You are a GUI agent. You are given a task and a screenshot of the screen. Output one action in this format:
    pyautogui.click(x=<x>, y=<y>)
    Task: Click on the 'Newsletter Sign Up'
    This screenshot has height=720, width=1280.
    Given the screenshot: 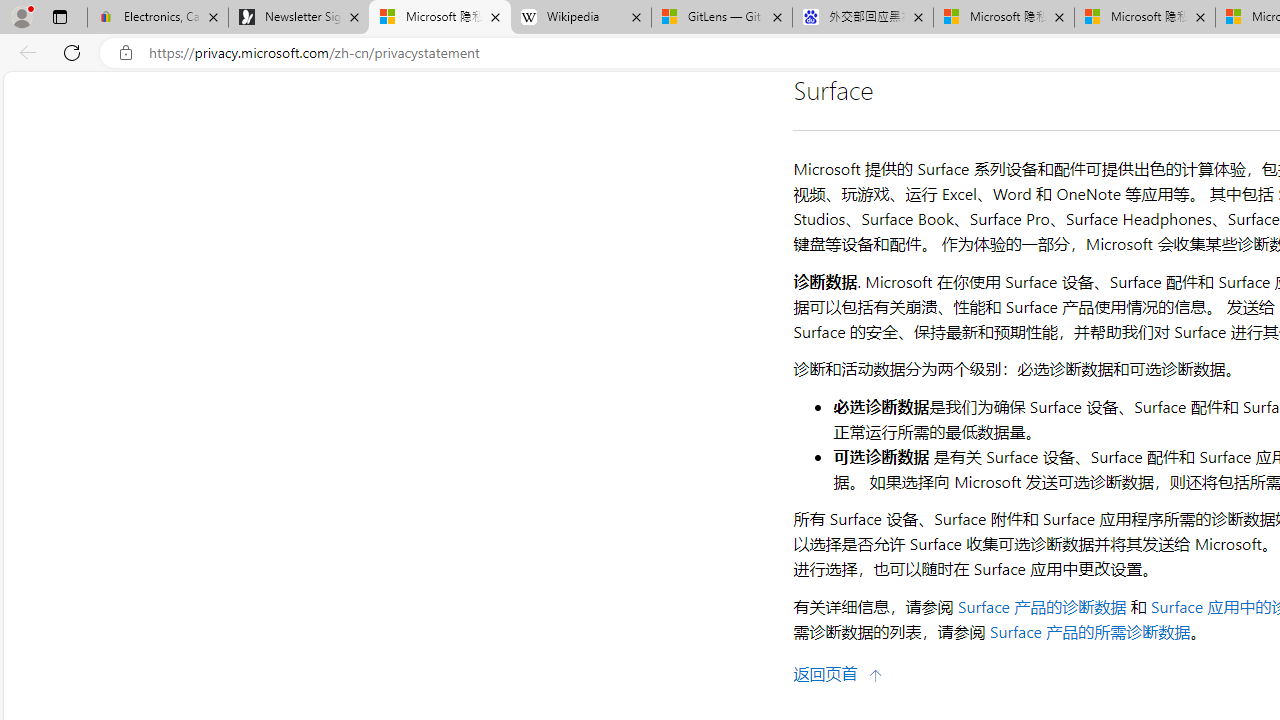 What is the action you would take?
    pyautogui.click(x=297, y=17)
    